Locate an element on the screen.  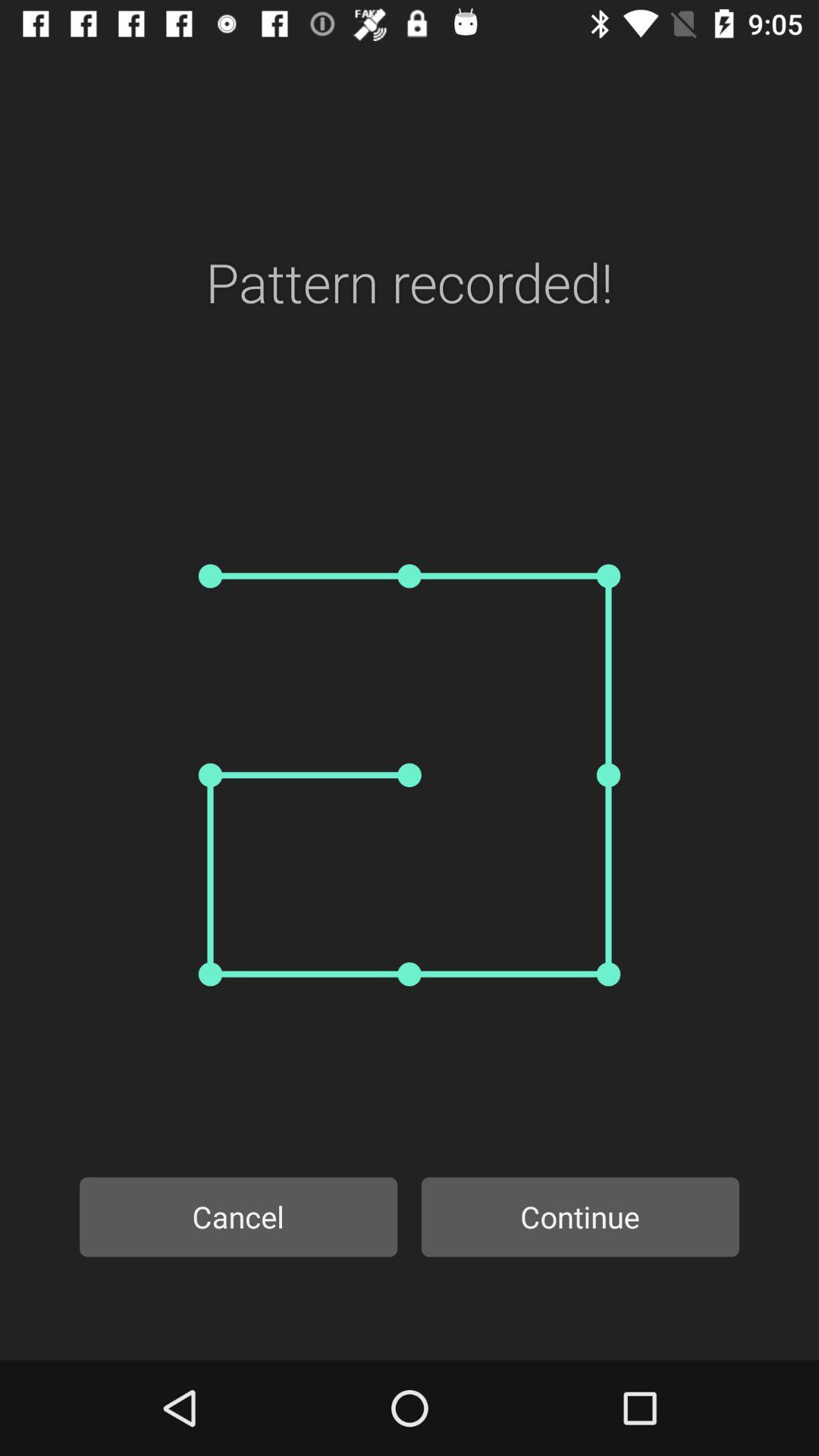
the cancel is located at coordinates (238, 1216).